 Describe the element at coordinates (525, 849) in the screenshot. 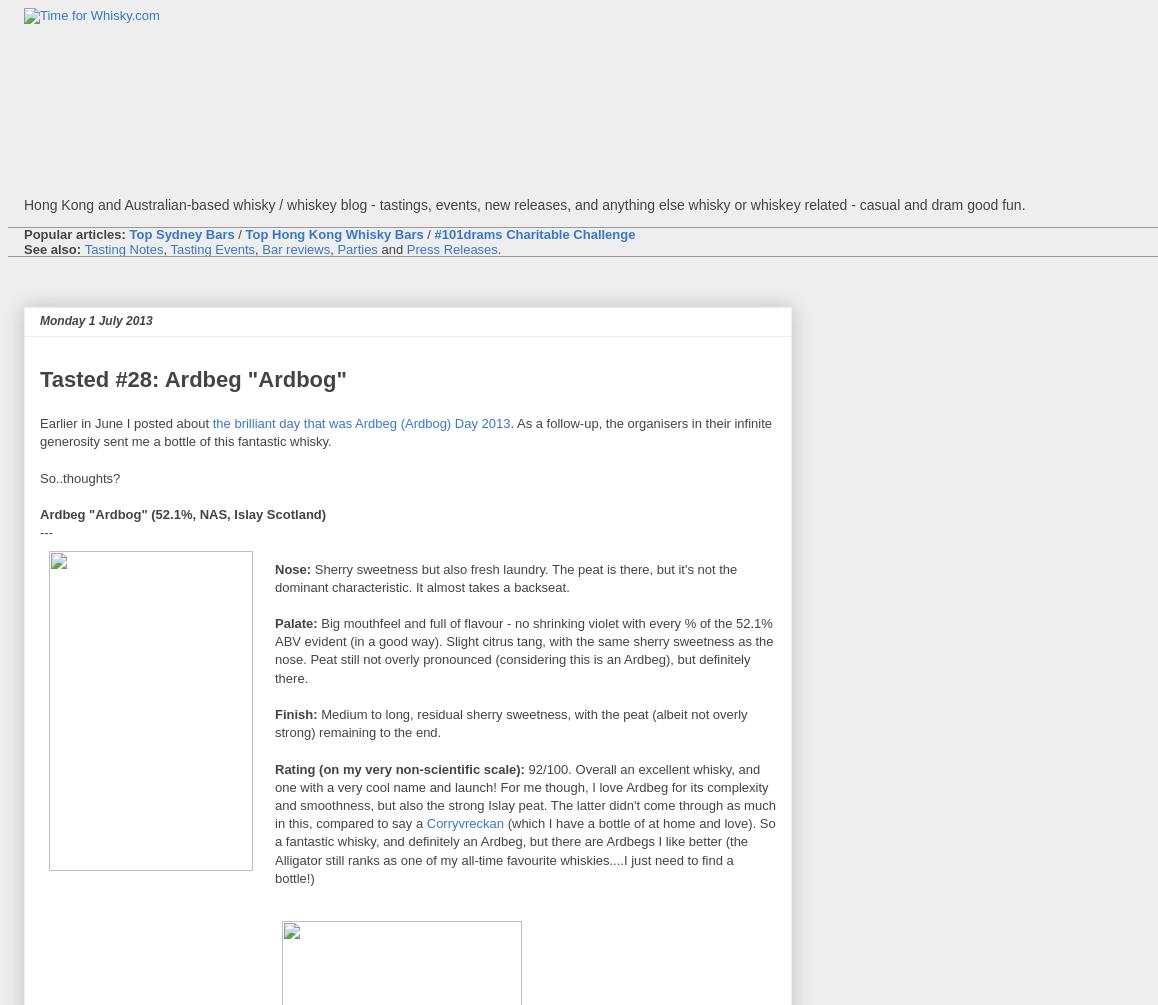

I see `'(which I have a bottle of at home and love). So a fantastic whisky, and definitely an Ardbeg, but there are Ardbegs I like better (the Alligator still ranks as one of my all-time favourite whiskies....I just need to find a bottle!)'` at that location.